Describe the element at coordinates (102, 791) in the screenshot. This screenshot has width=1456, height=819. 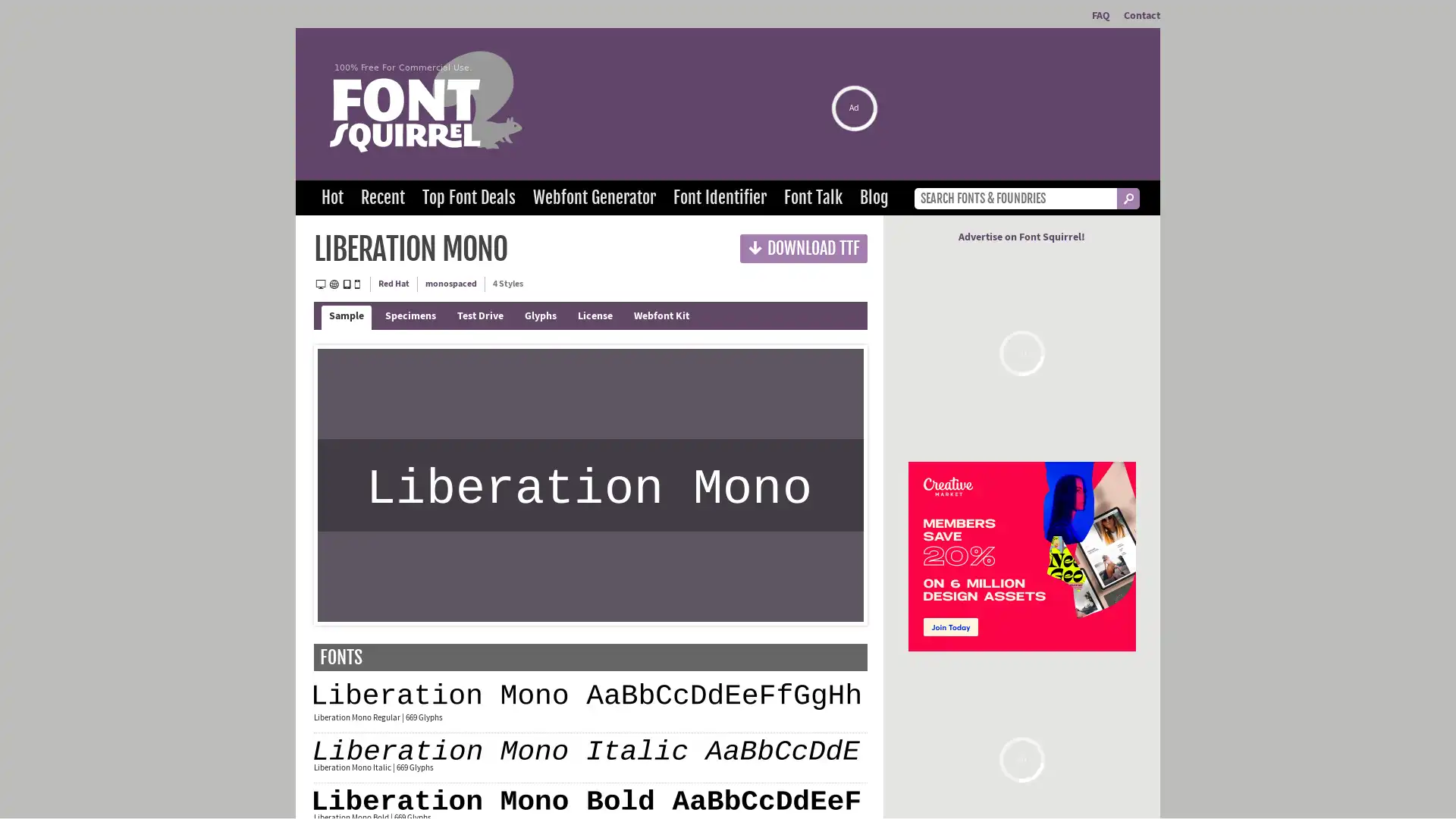
I see `Do Not Sell My Data` at that location.